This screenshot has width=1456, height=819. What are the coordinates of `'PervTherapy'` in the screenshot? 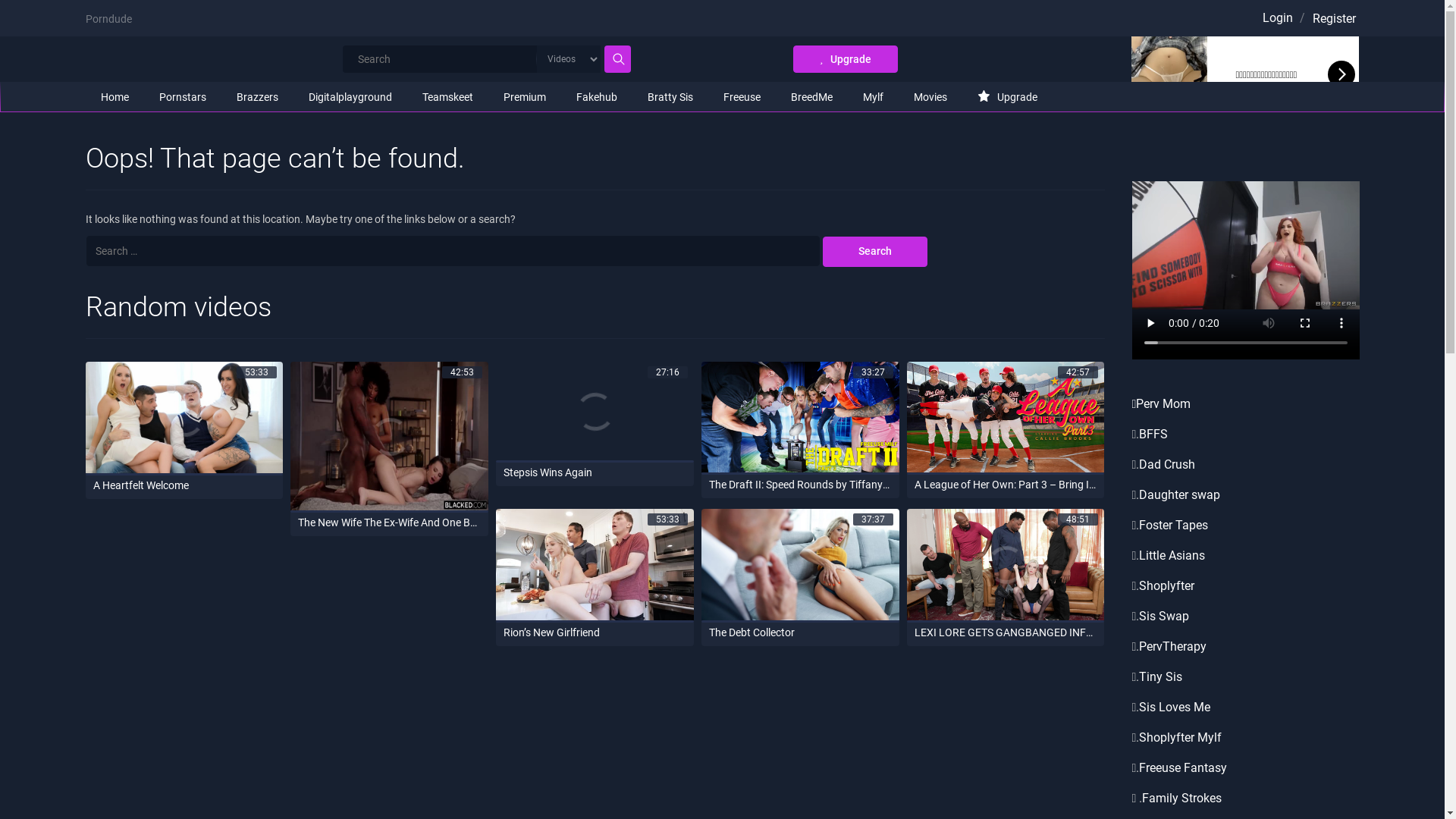 It's located at (1172, 646).